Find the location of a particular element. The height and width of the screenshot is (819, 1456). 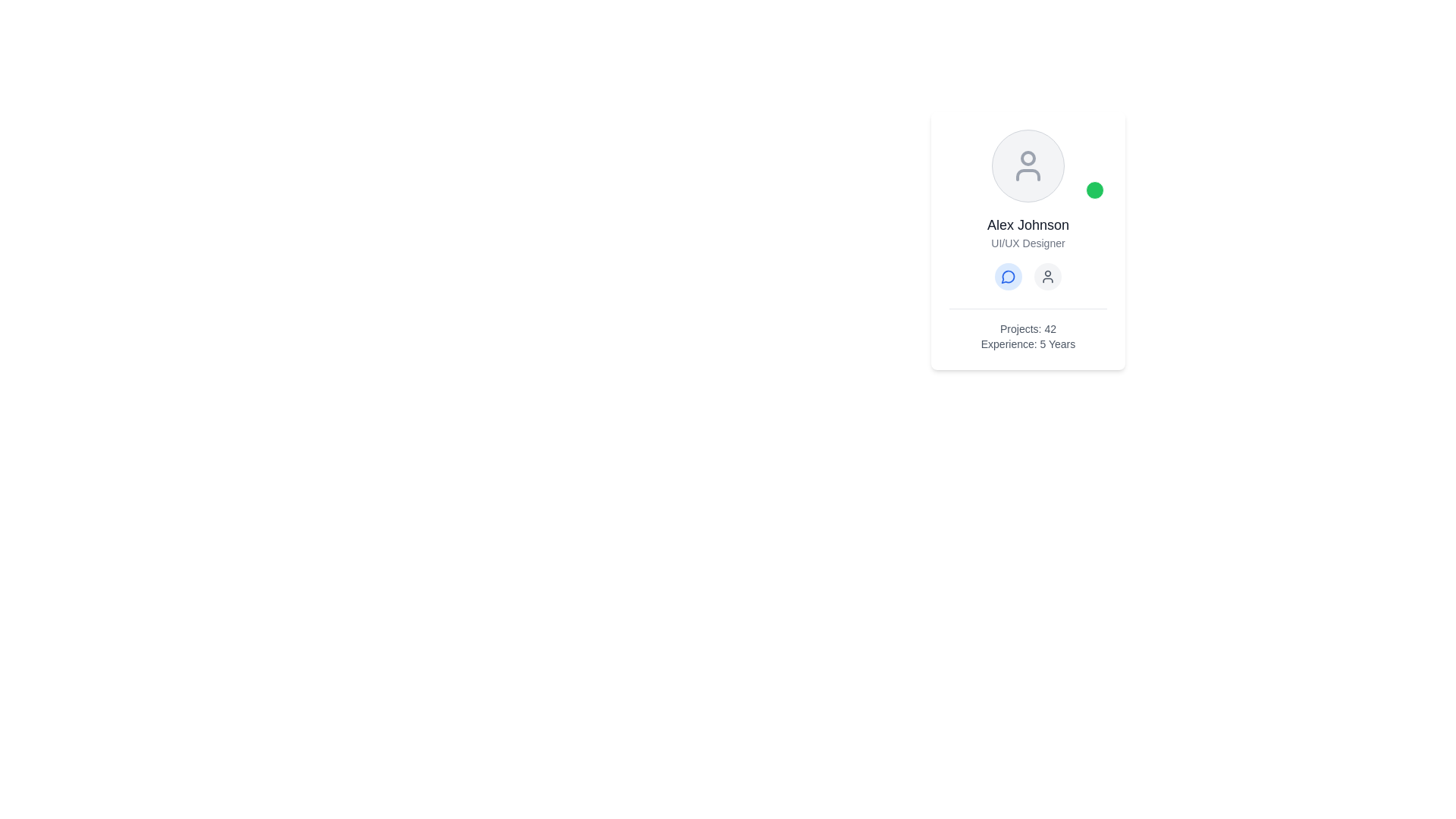

information displayed in the text label at the bottom of the profile card, which shows 'Projects: 42' and 'Experience: 5 Years' is located at coordinates (1028, 329).